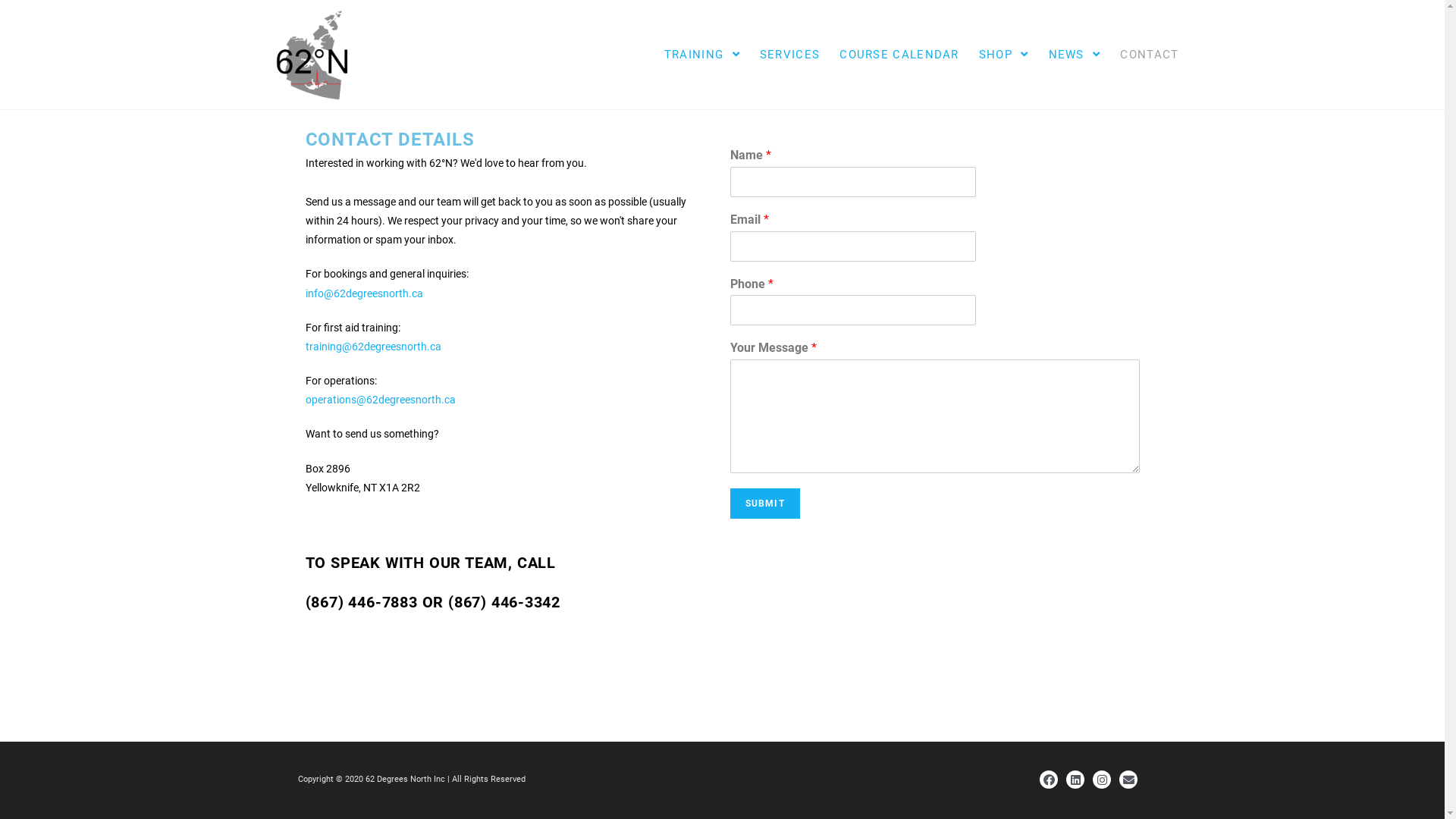  What do you see at coordinates (304, 399) in the screenshot?
I see `'operations@62degreesnorth.ca'` at bounding box center [304, 399].